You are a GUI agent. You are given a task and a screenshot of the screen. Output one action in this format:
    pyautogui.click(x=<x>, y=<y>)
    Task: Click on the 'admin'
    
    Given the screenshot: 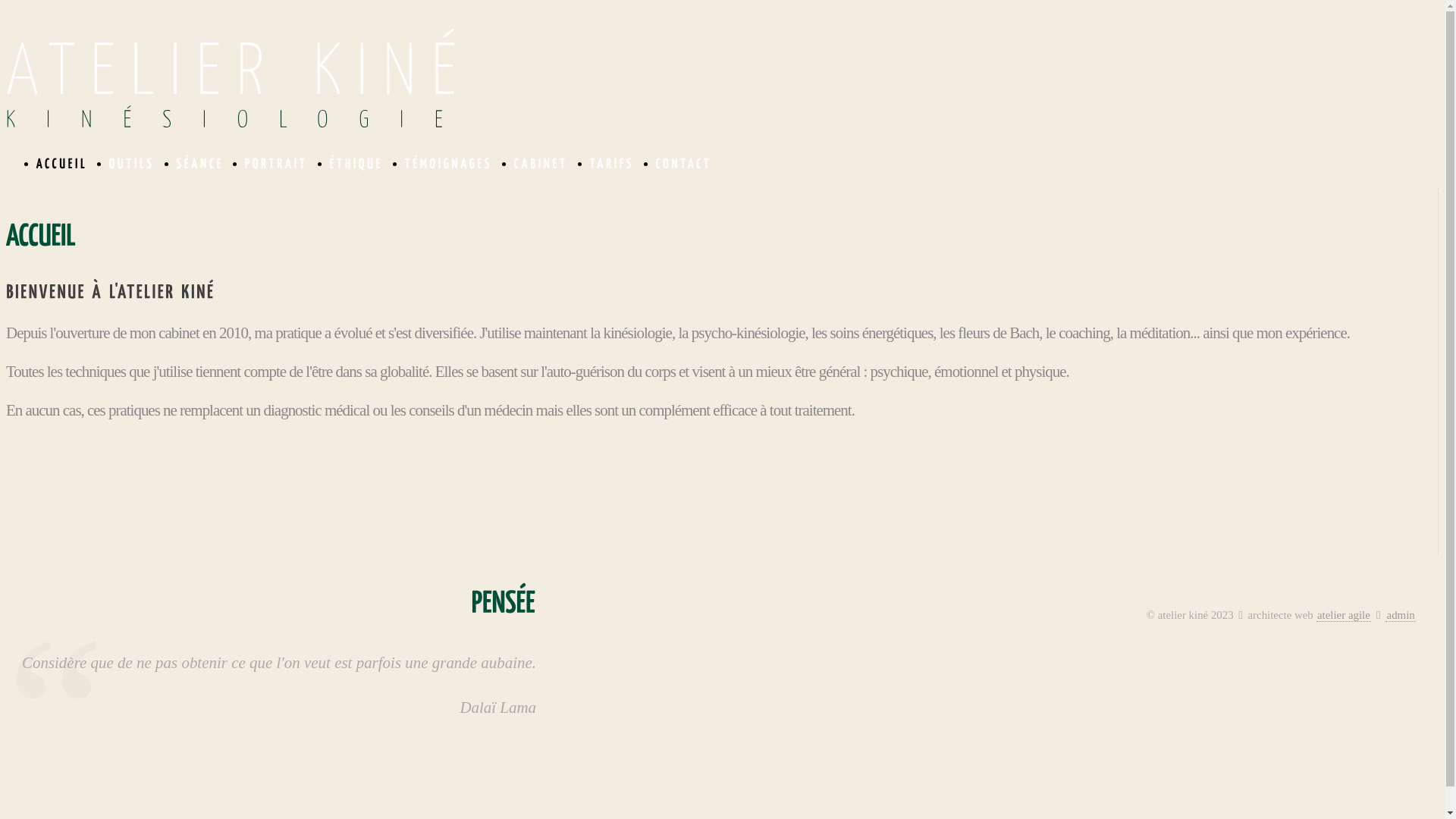 What is the action you would take?
    pyautogui.click(x=1400, y=615)
    